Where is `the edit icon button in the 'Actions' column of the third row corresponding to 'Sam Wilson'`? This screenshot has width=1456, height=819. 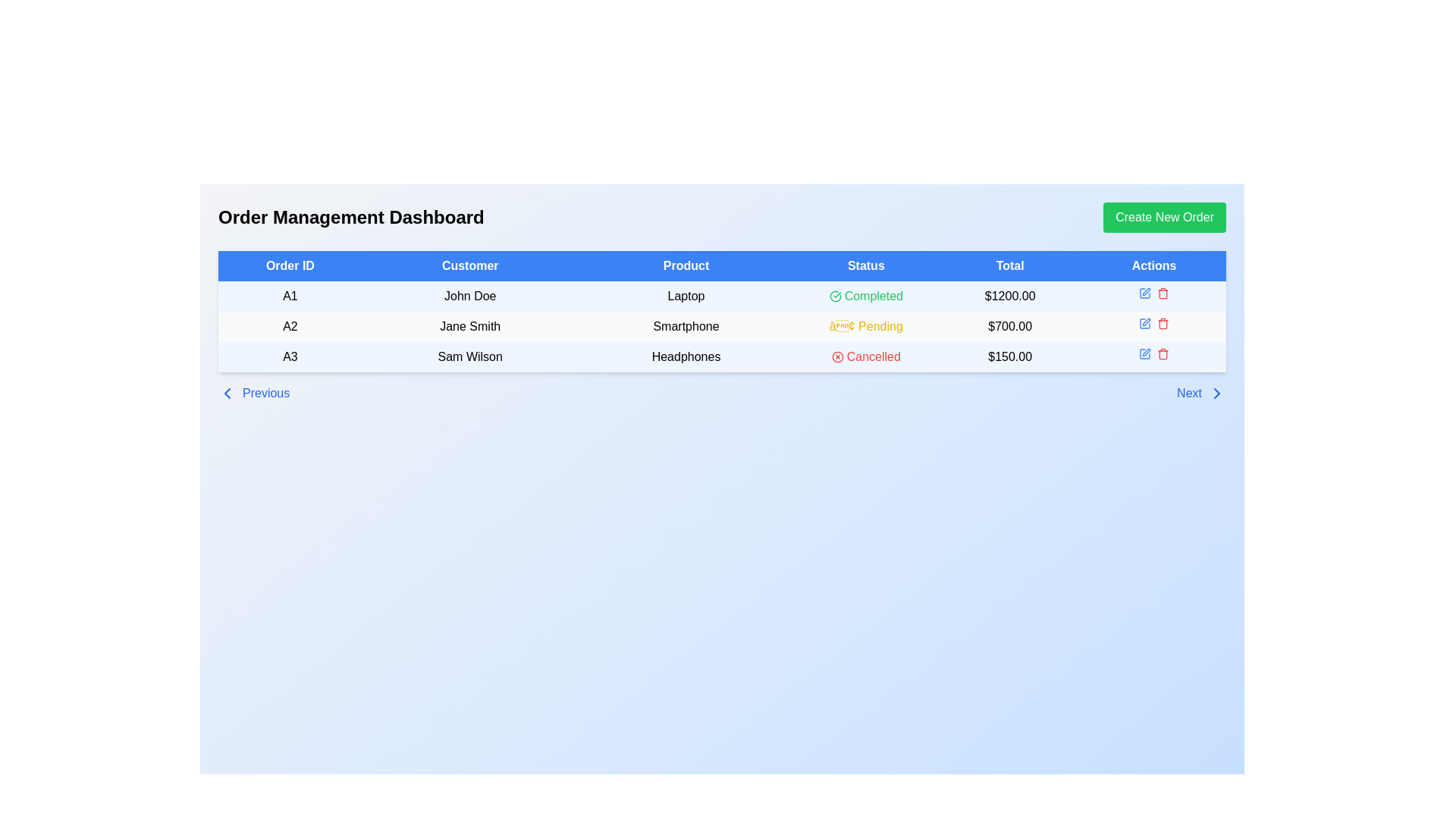
the edit icon button in the 'Actions' column of the third row corresponding to 'Sam Wilson' is located at coordinates (1145, 353).